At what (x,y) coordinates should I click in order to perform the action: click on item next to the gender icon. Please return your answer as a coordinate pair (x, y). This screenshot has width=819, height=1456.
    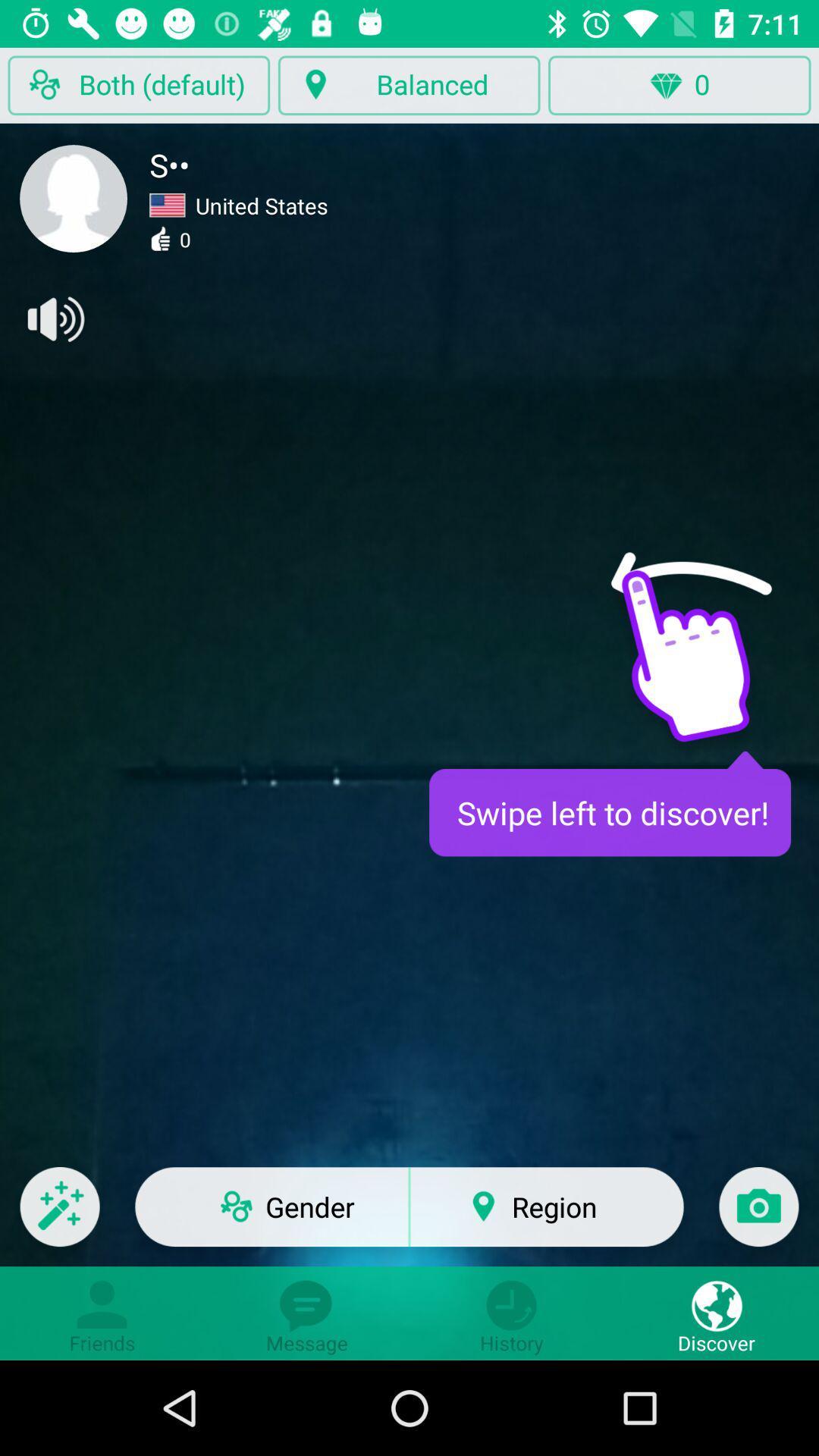
    Looking at the image, I should click on (59, 1216).